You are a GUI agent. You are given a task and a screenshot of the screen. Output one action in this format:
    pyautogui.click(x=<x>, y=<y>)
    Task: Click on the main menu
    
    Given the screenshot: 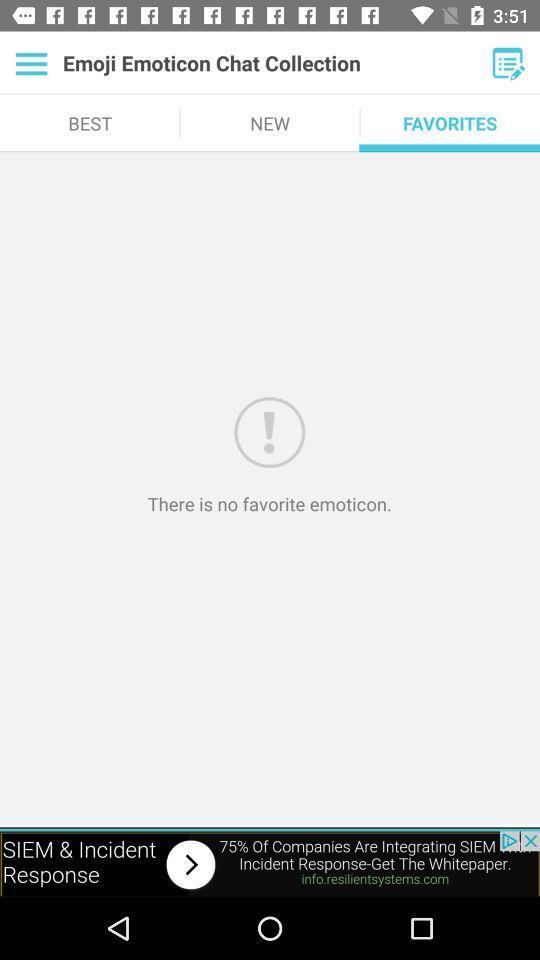 What is the action you would take?
    pyautogui.click(x=30, y=63)
    